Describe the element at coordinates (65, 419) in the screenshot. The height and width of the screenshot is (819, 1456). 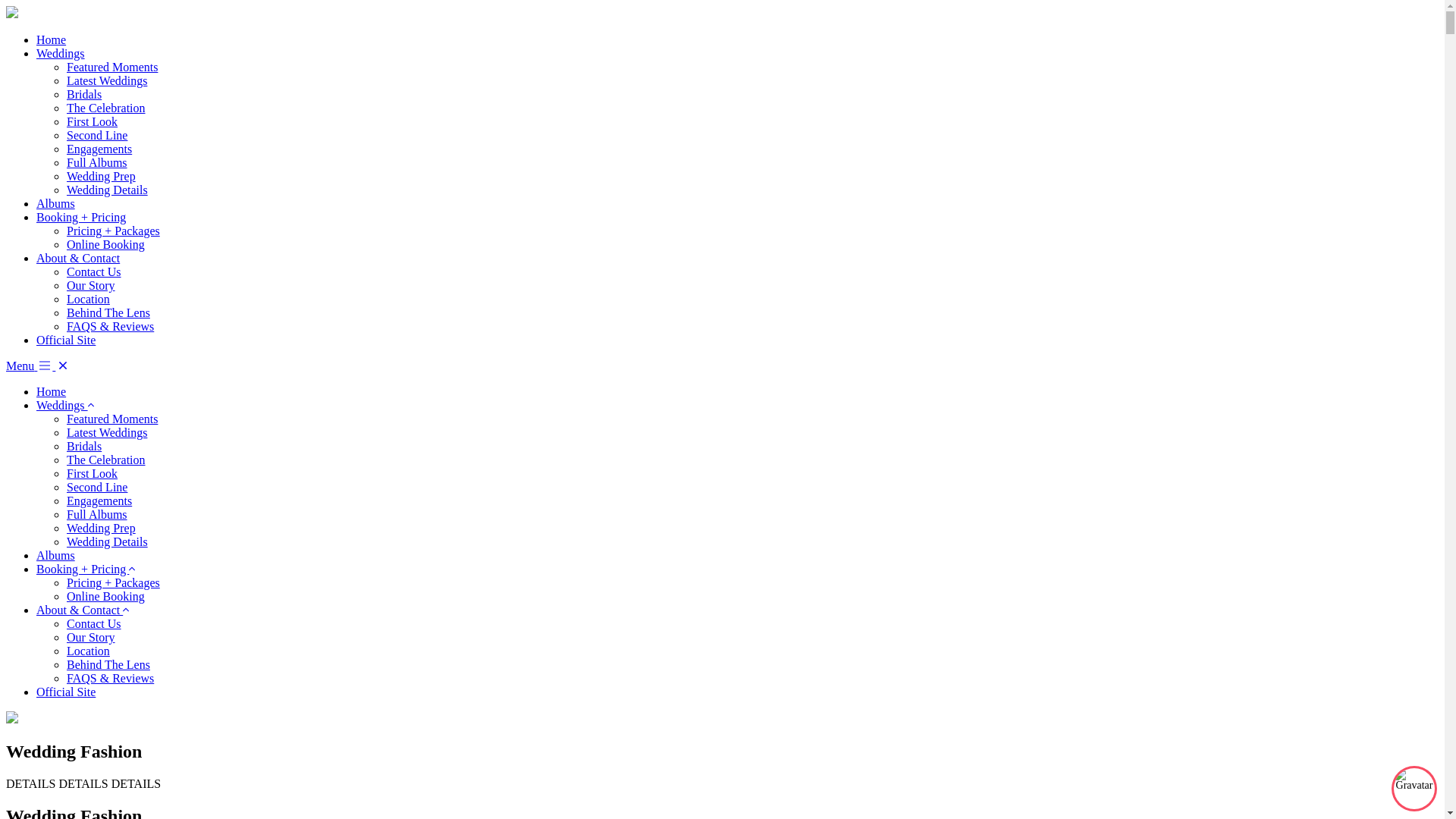
I see `'Featured Moments'` at that location.